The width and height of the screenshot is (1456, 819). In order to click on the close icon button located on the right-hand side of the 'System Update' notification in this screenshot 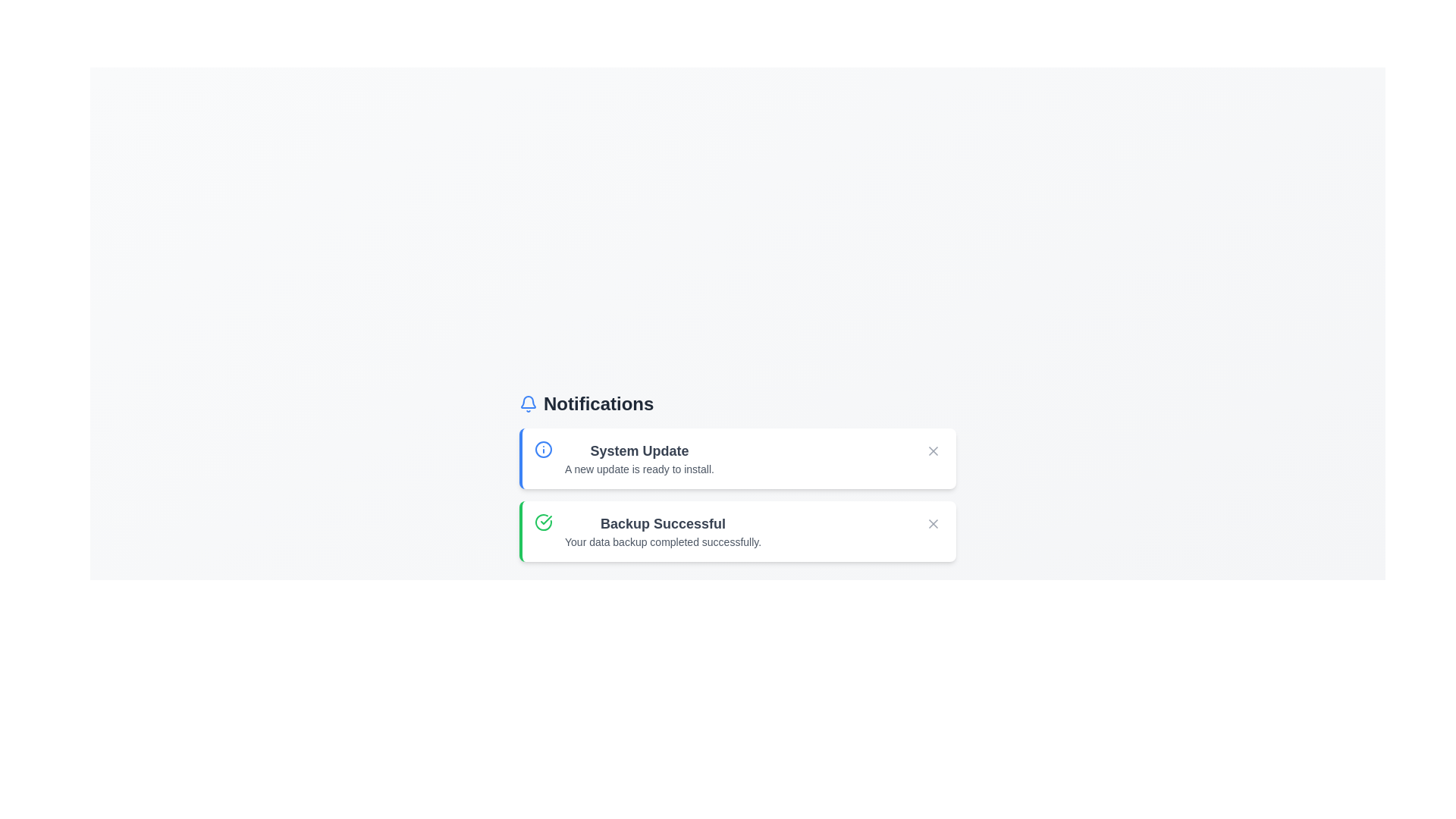, I will do `click(932, 450)`.